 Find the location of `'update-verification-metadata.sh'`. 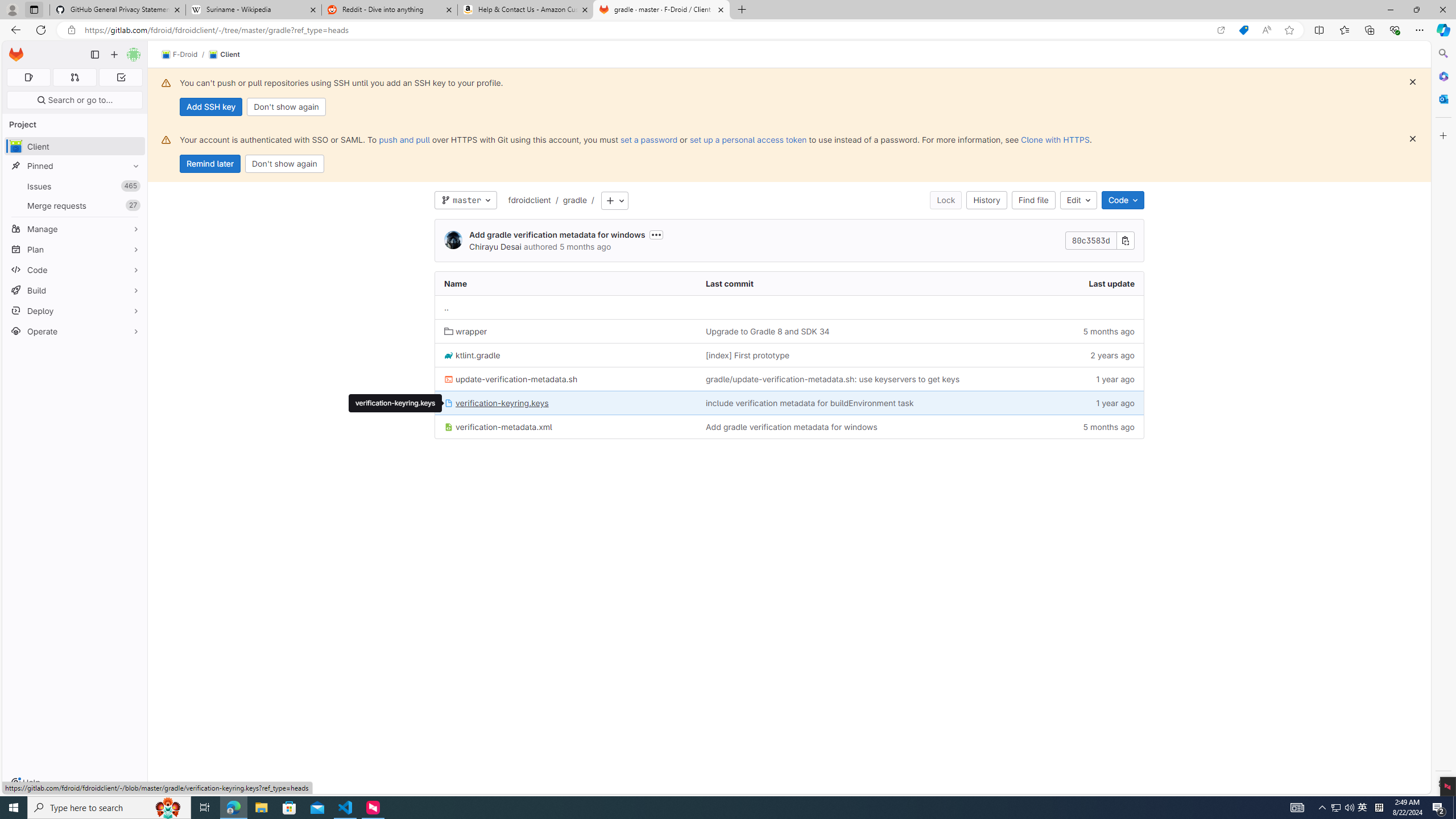

'update-verification-metadata.sh' is located at coordinates (510, 379).